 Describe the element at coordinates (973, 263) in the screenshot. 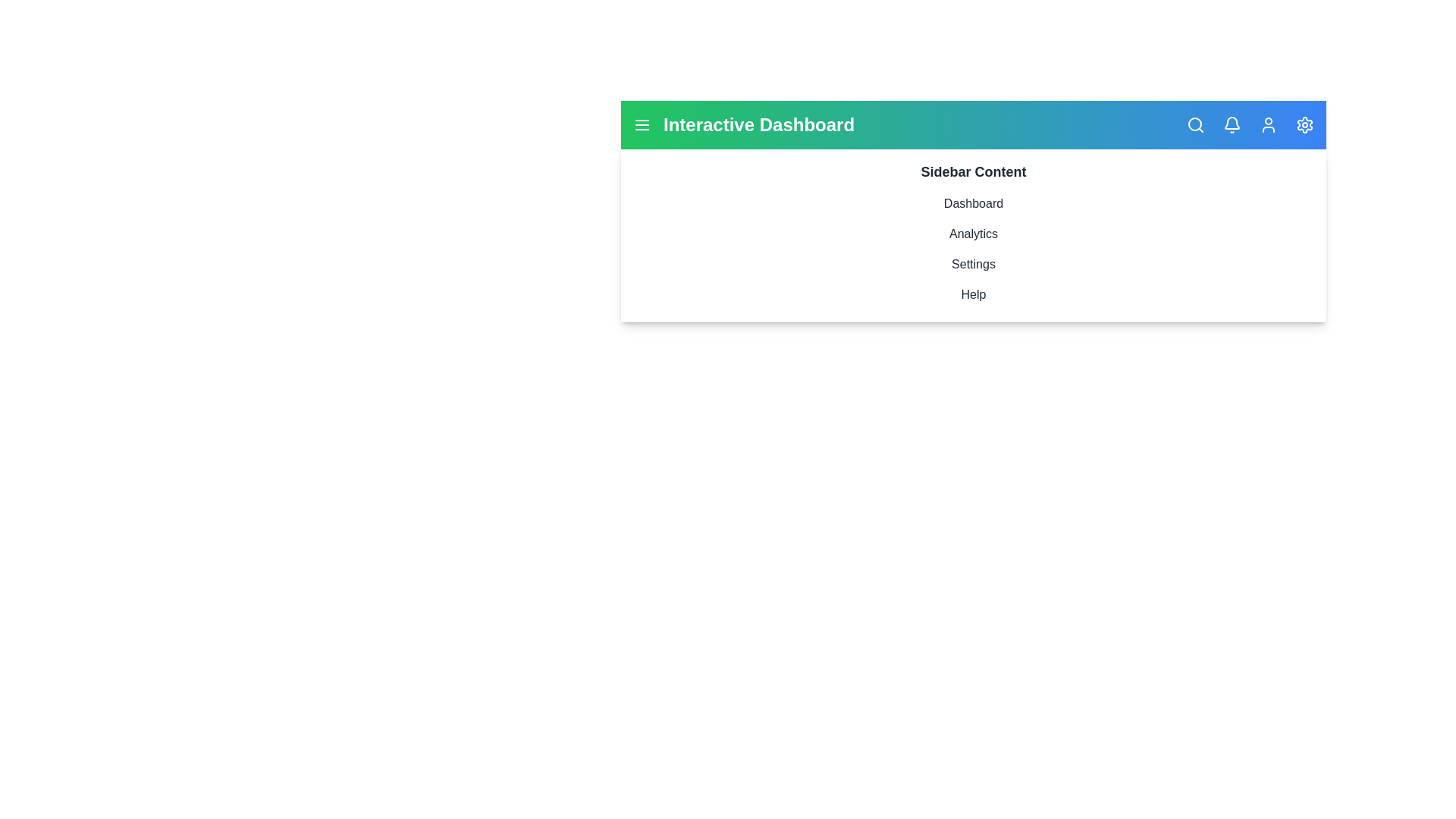

I see `the sidebar item Settings by clicking on it` at that location.